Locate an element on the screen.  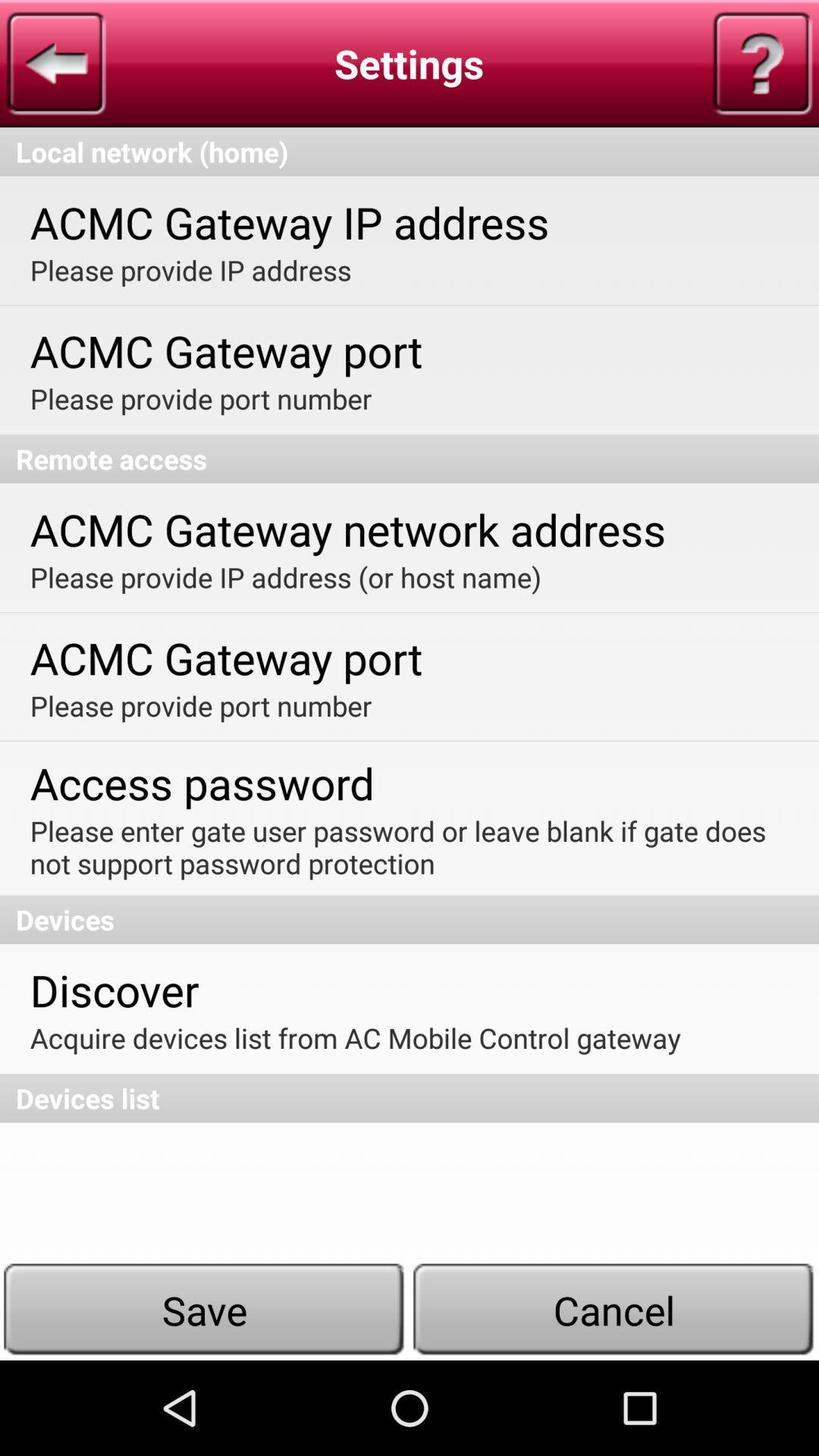
the access password icon is located at coordinates (201, 783).